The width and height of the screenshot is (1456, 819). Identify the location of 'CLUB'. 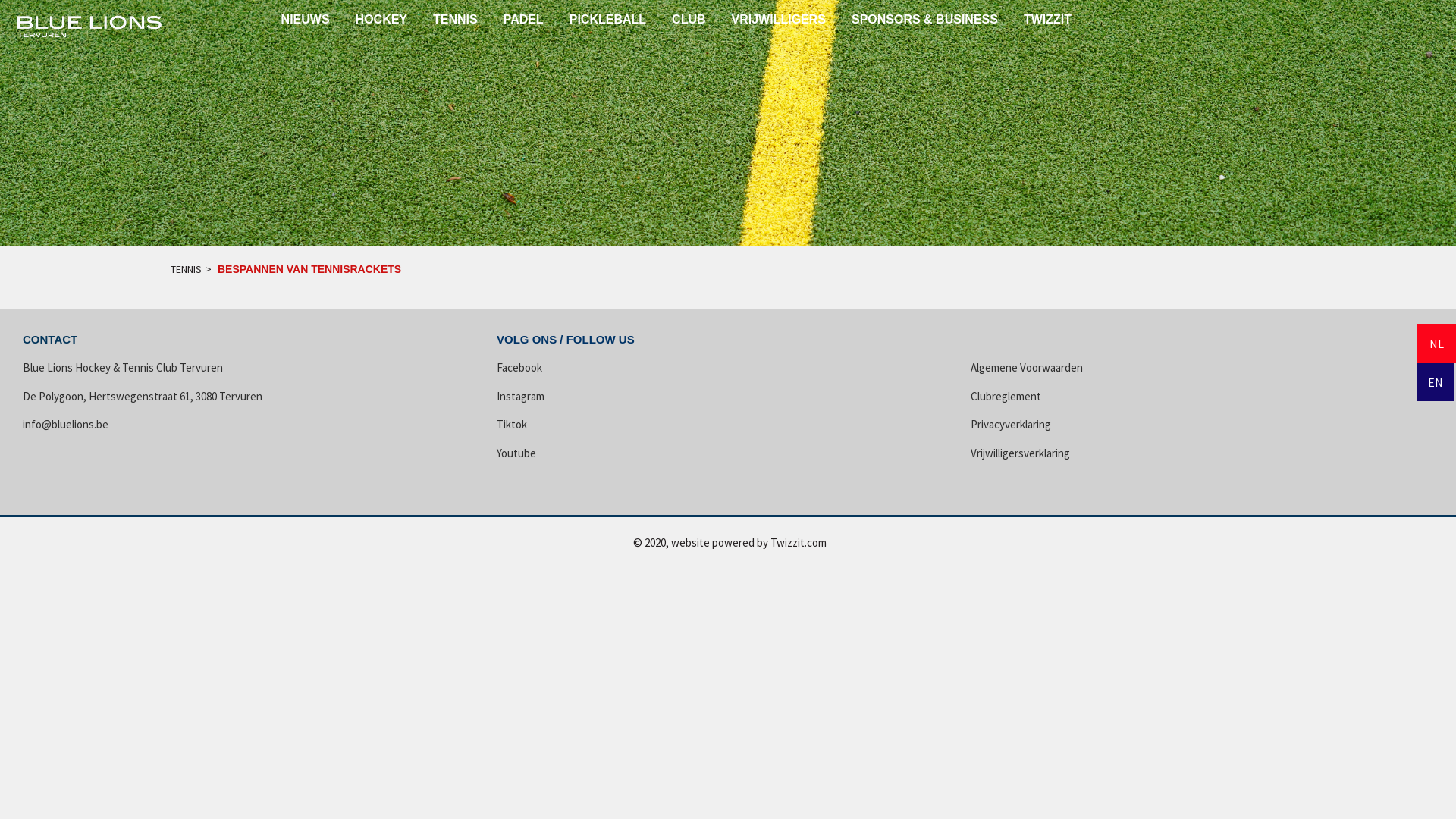
(687, 20).